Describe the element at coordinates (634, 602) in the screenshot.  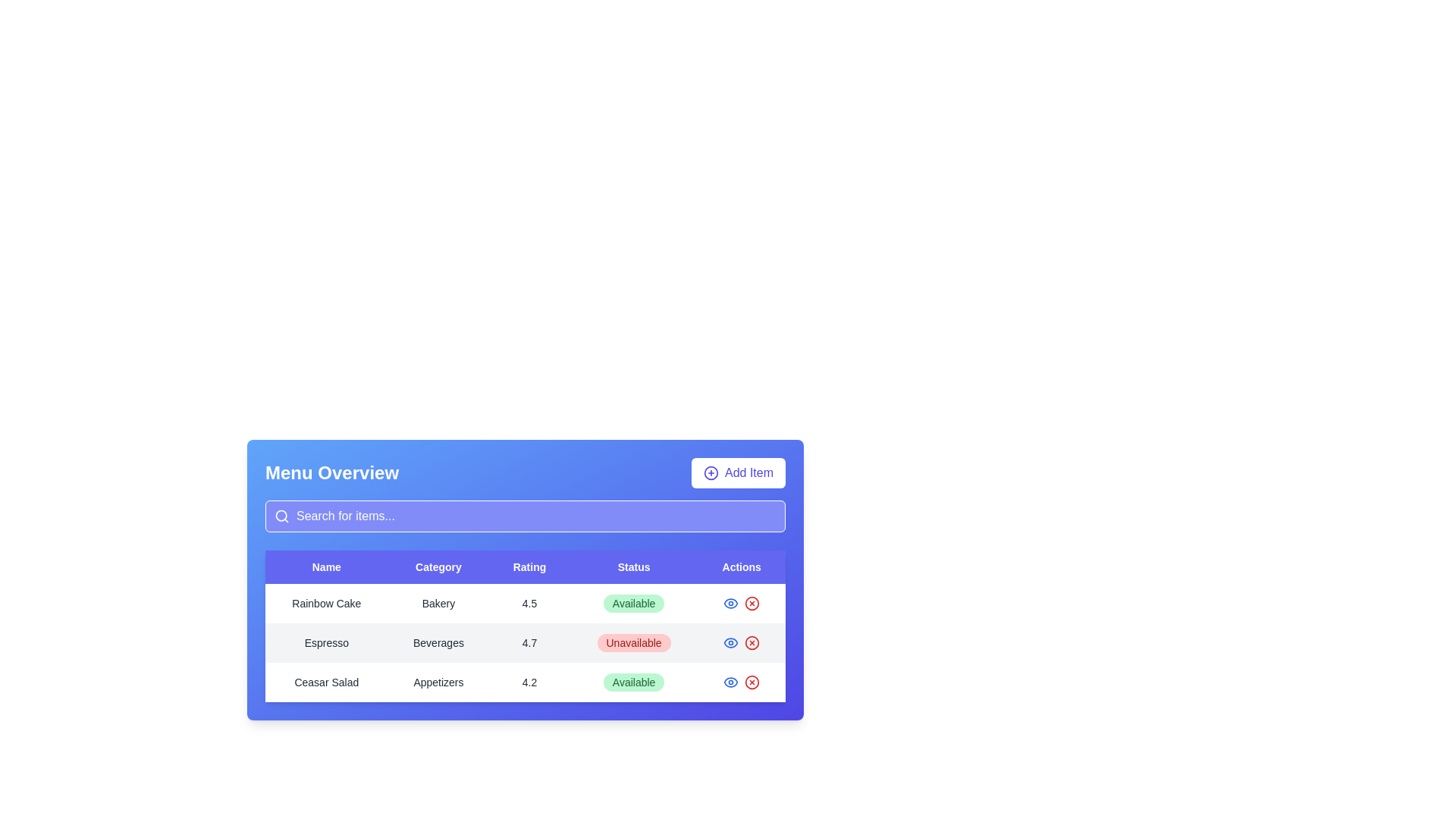
I see `the color of the status label indicating the availability of 'Rainbow Cake' in the 'Status' column of the table` at that location.